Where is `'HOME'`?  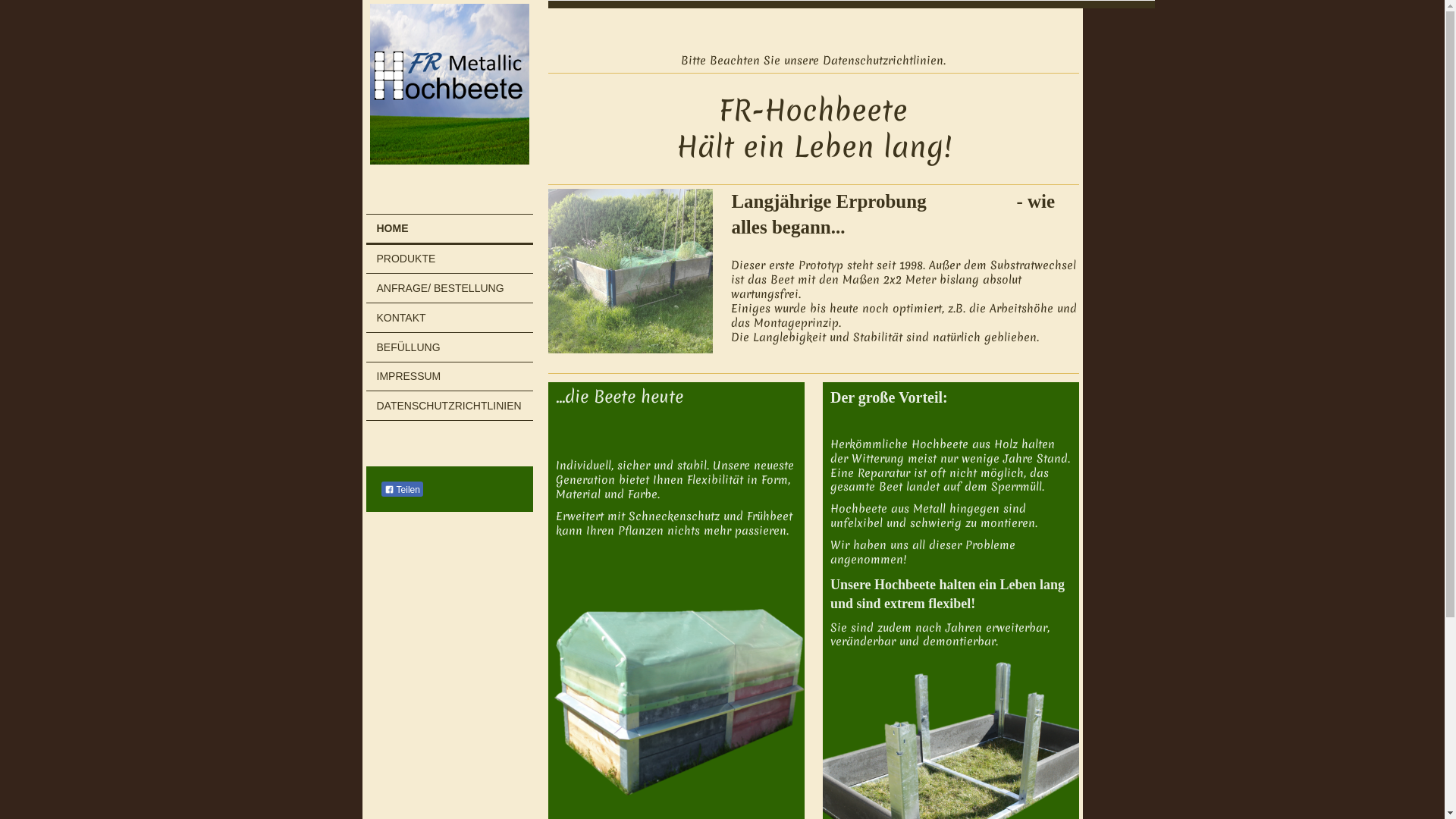 'HOME' is located at coordinates (448, 230).